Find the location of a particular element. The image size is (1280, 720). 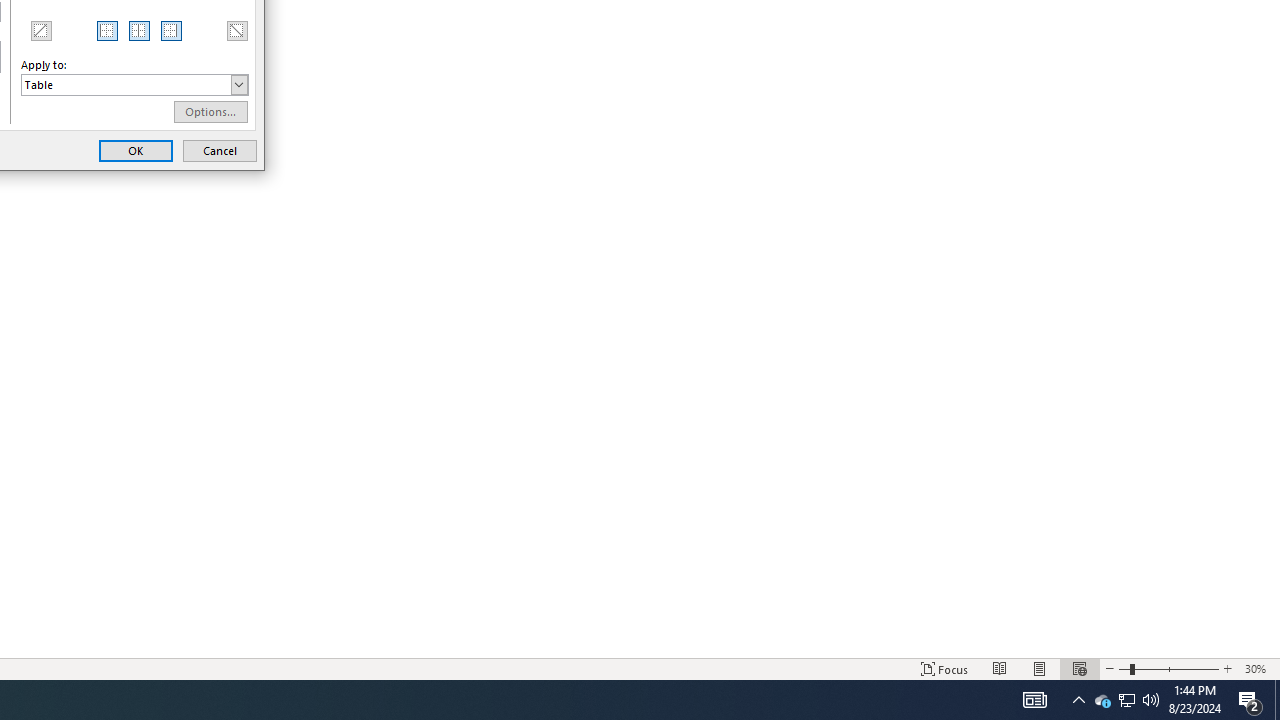

'MSO Generic Control Container' is located at coordinates (106, 30).